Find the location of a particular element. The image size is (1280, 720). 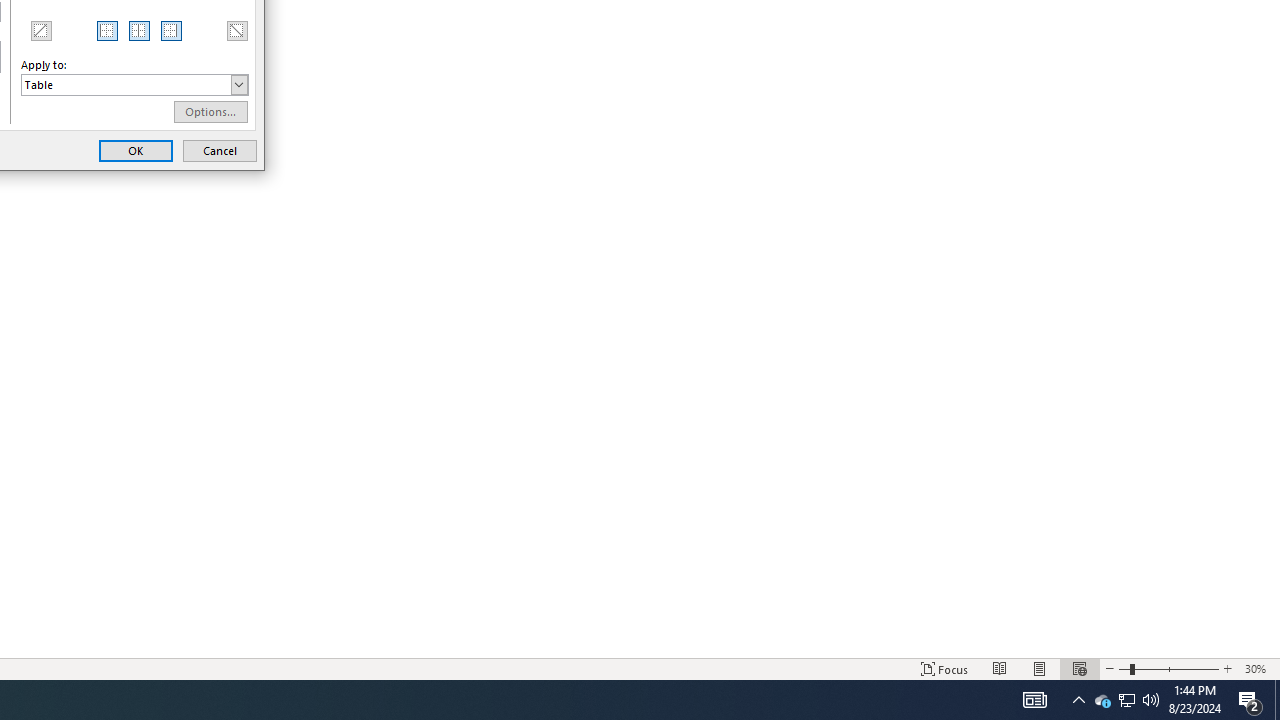

'MSO Generic Control Container' is located at coordinates (106, 30).